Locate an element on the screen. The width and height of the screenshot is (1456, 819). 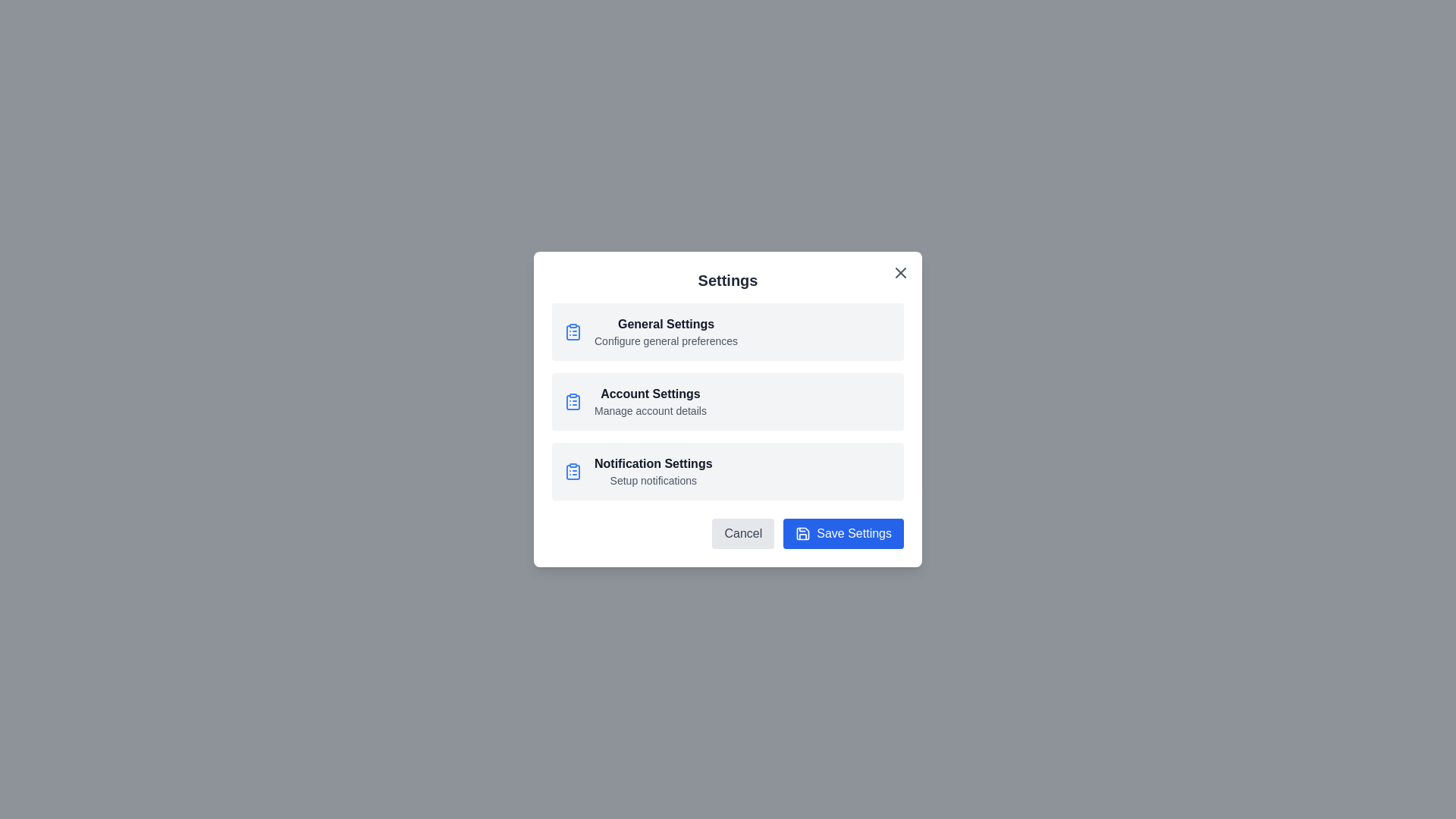
the close button styled as a small gray circle with a white 'X' symbol located in the top-right corner of the 'Settings' modal dialog is located at coordinates (901, 271).